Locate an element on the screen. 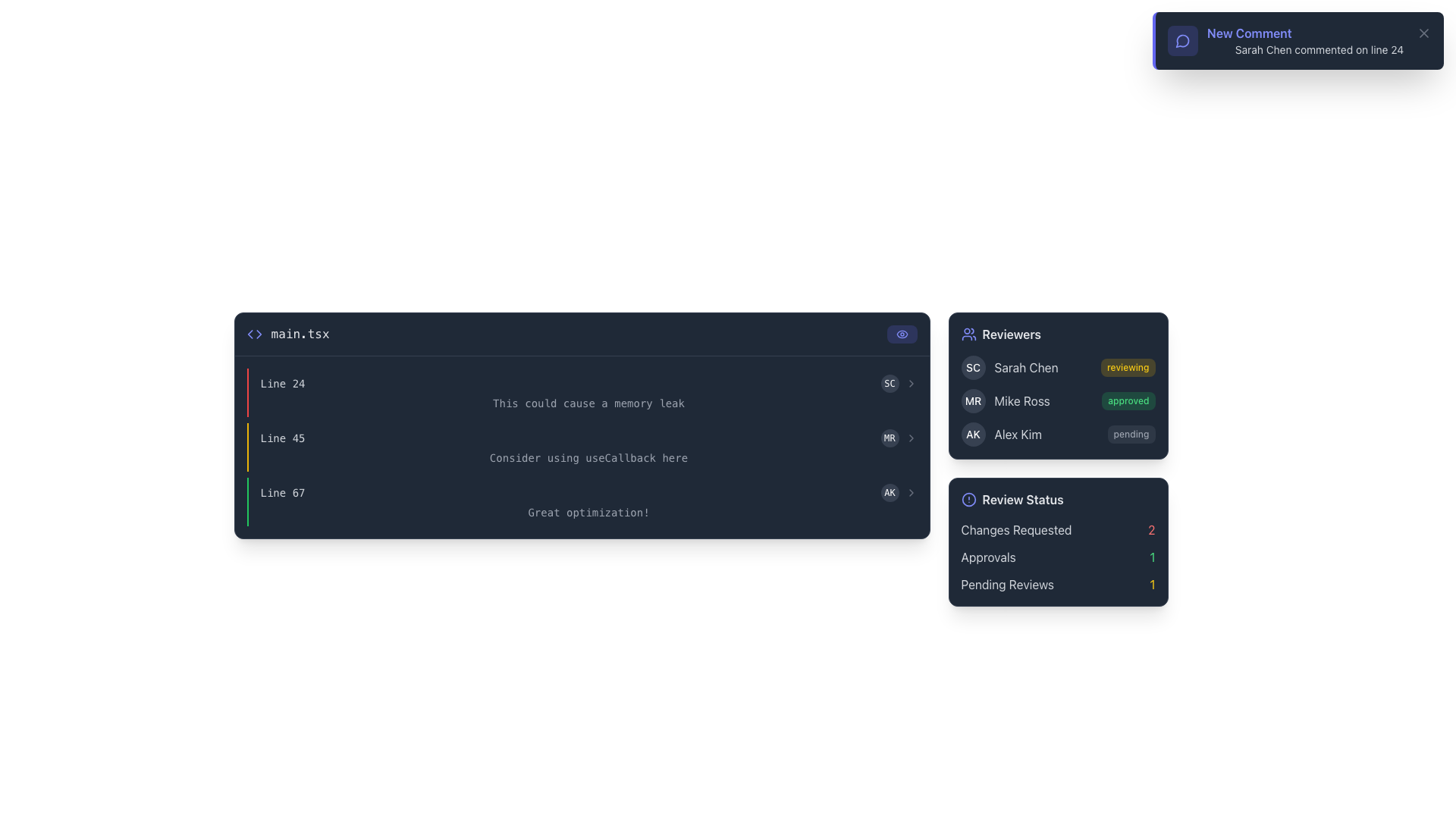 The width and height of the screenshot is (1456, 819). the static text header that indicates the review status section at the top of the segmented panel titled 'Review Status' is located at coordinates (1057, 500).